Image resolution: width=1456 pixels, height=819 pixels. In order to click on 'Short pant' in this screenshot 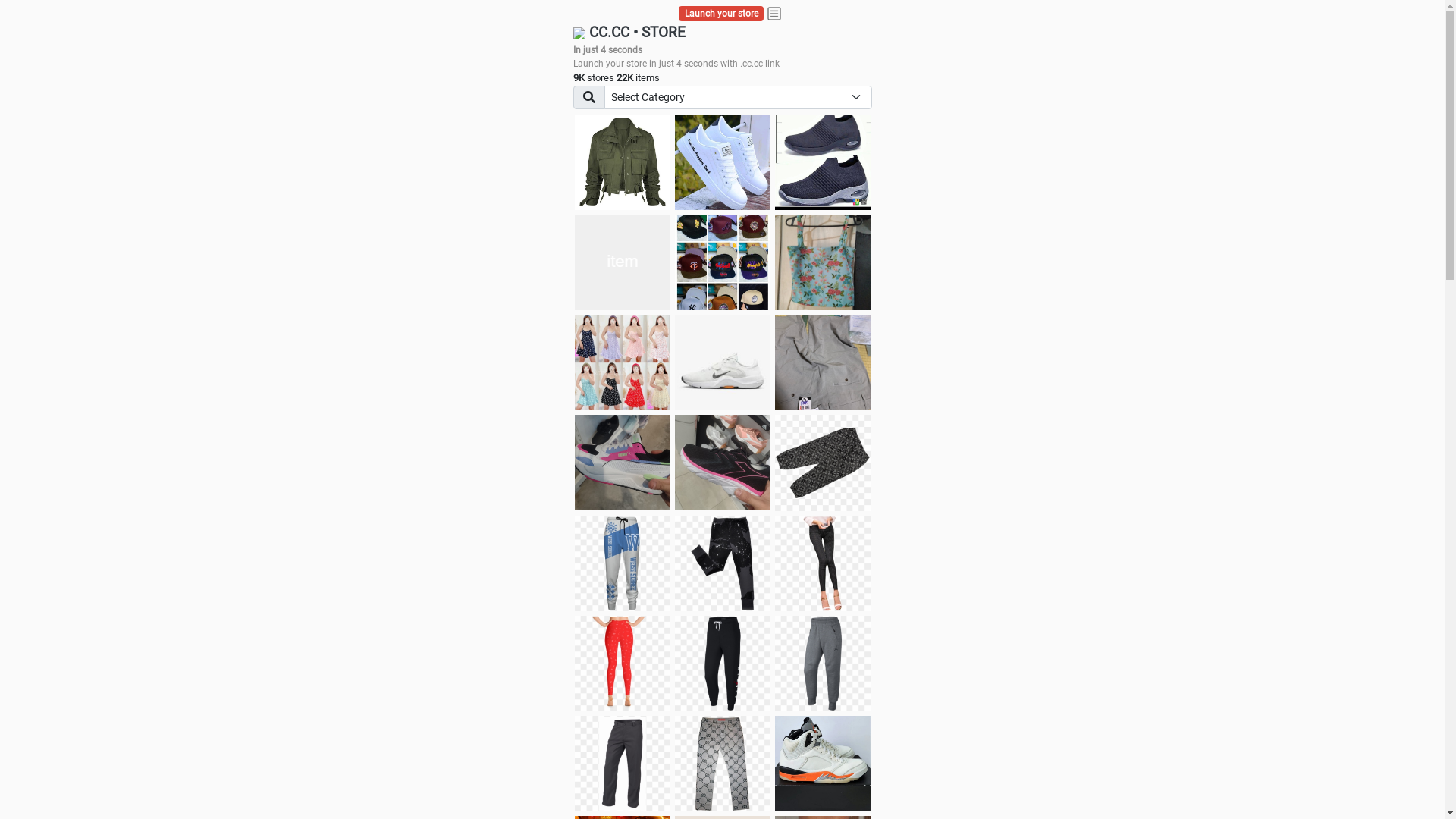, I will do `click(821, 461)`.